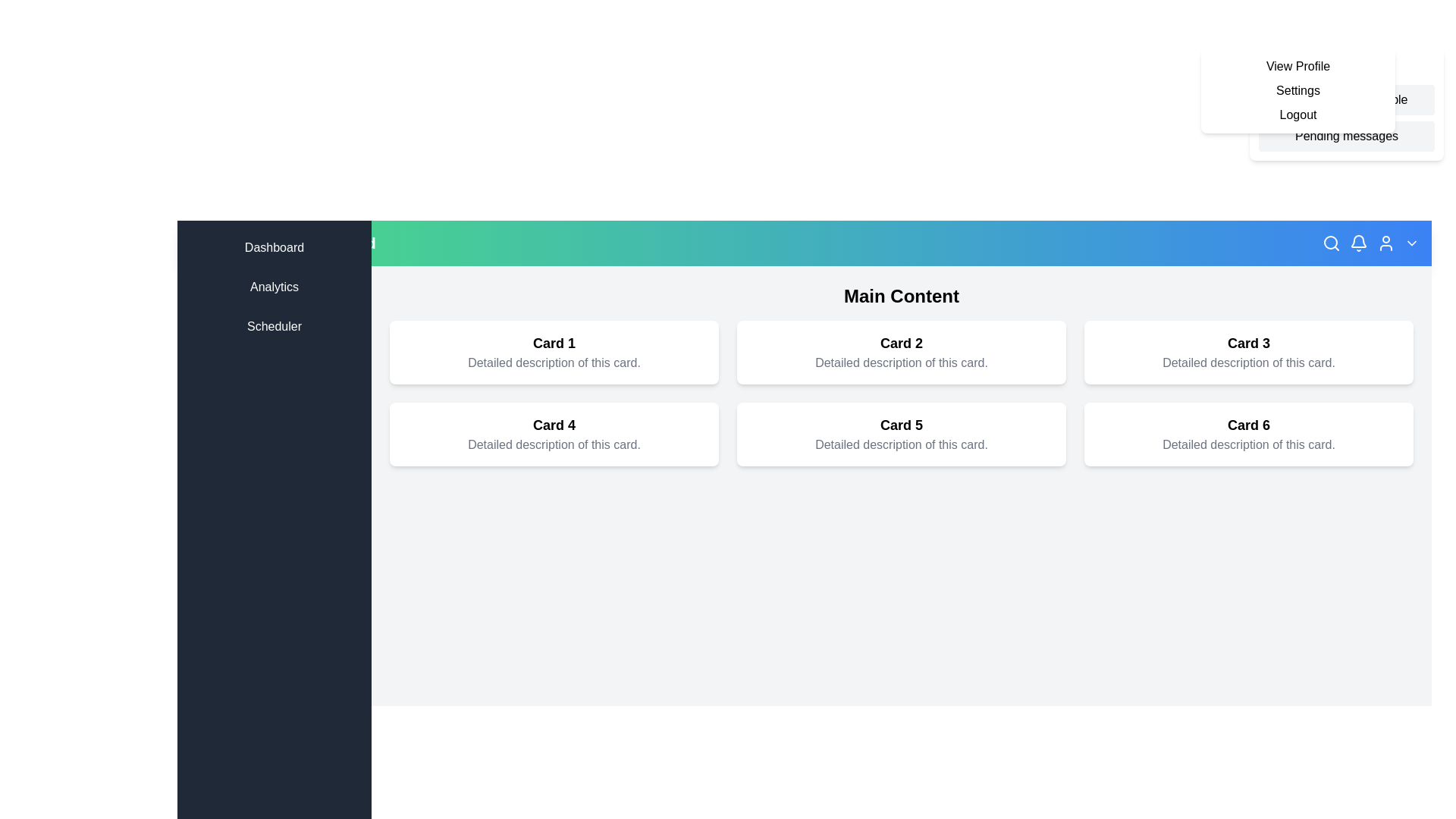 The image size is (1456, 819). What do you see at coordinates (902, 296) in the screenshot?
I see `the header text displaying 'Main Content', which is styled in bold and larger font, located at the top of the main content area beneath the header bar` at bounding box center [902, 296].